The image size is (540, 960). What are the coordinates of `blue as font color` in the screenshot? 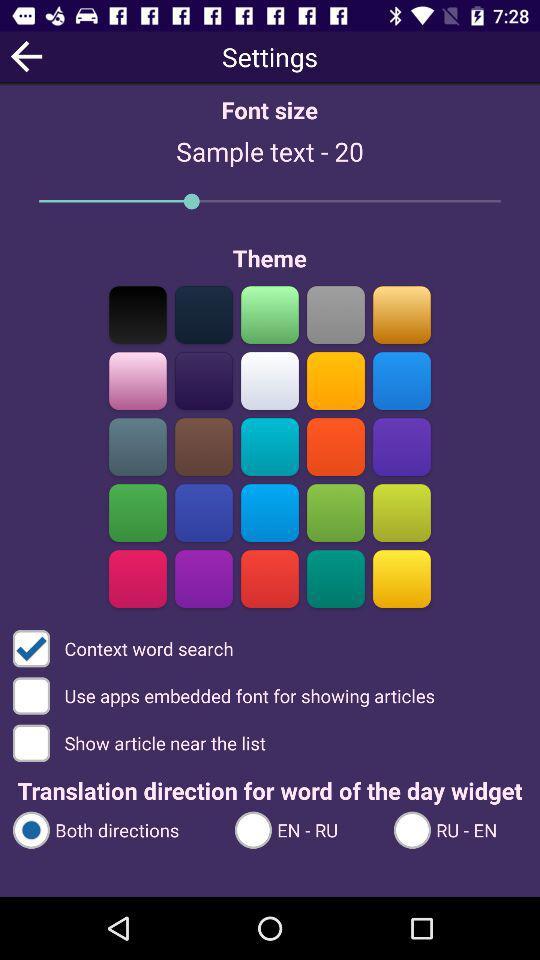 It's located at (270, 512).